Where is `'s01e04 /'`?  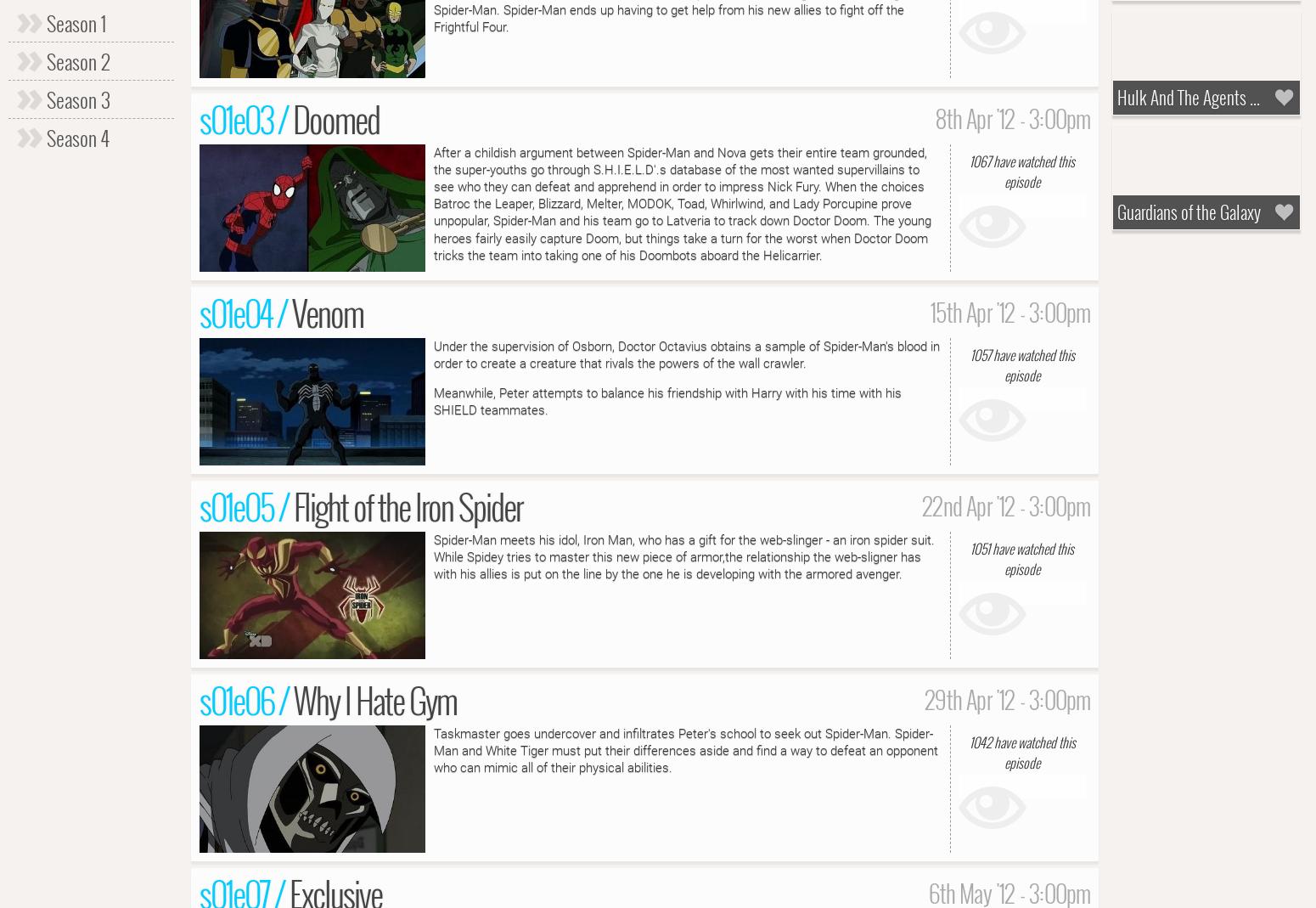 's01e04 /' is located at coordinates (245, 311).